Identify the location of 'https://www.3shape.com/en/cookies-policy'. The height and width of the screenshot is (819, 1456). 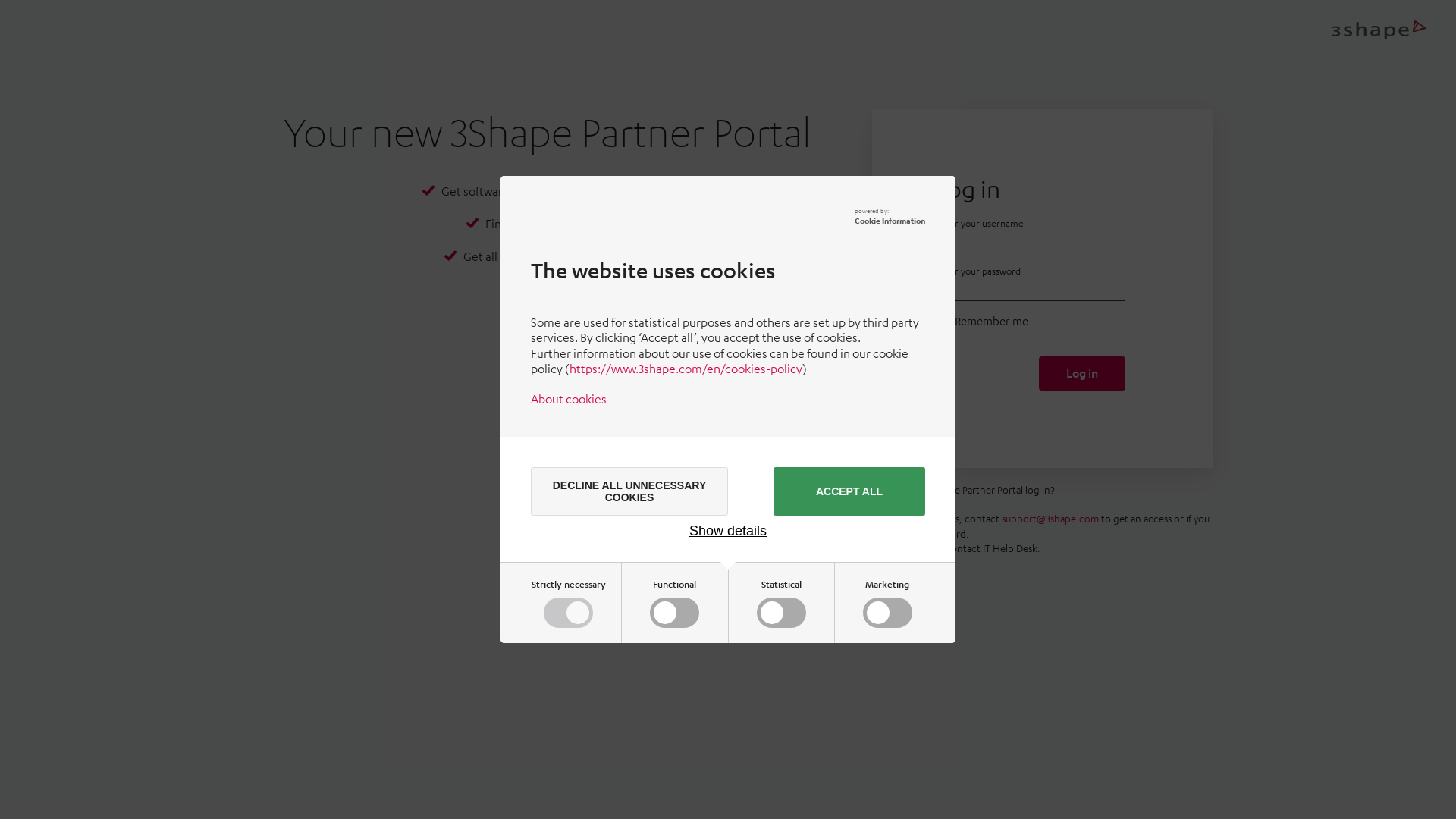
(685, 369).